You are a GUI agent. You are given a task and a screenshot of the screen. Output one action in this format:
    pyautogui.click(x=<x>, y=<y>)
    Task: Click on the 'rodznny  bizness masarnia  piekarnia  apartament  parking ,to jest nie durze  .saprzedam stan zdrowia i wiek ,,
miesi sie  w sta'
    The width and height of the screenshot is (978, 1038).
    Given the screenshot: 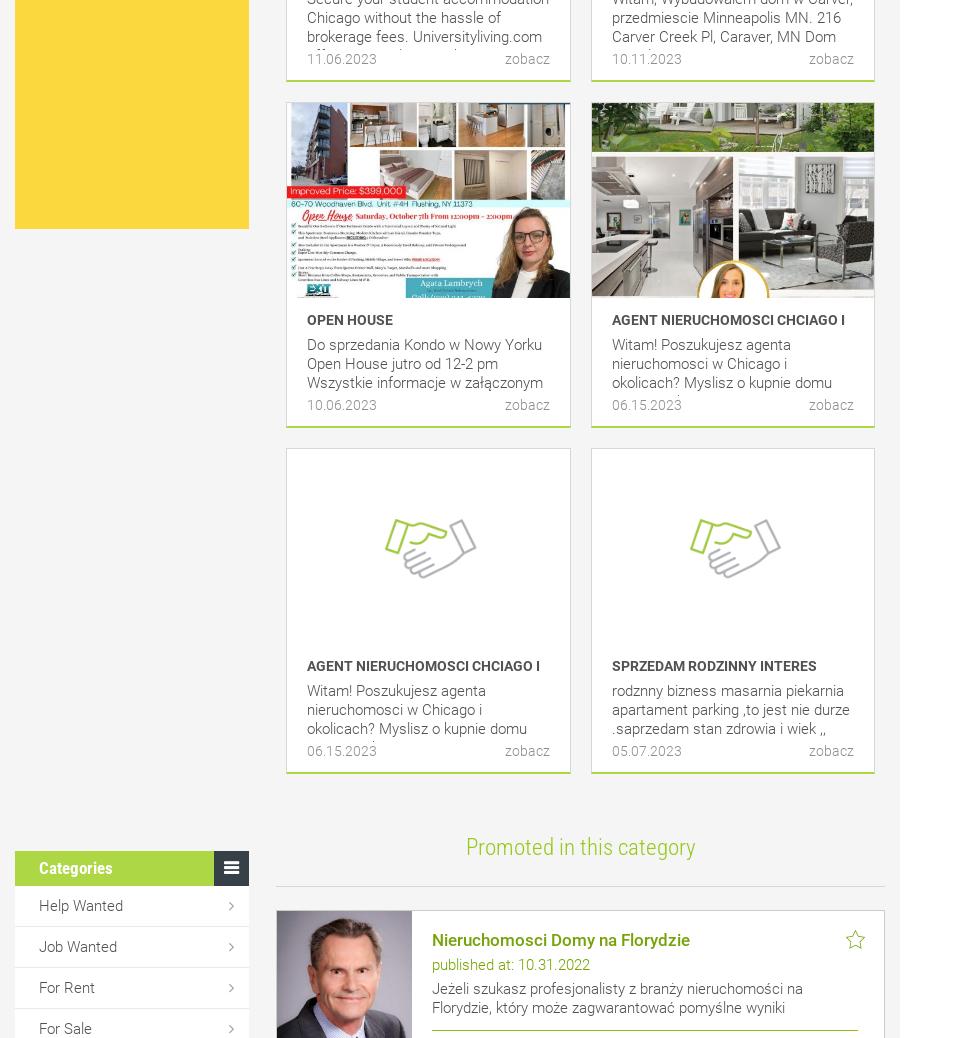 What is the action you would take?
    pyautogui.click(x=729, y=718)
    